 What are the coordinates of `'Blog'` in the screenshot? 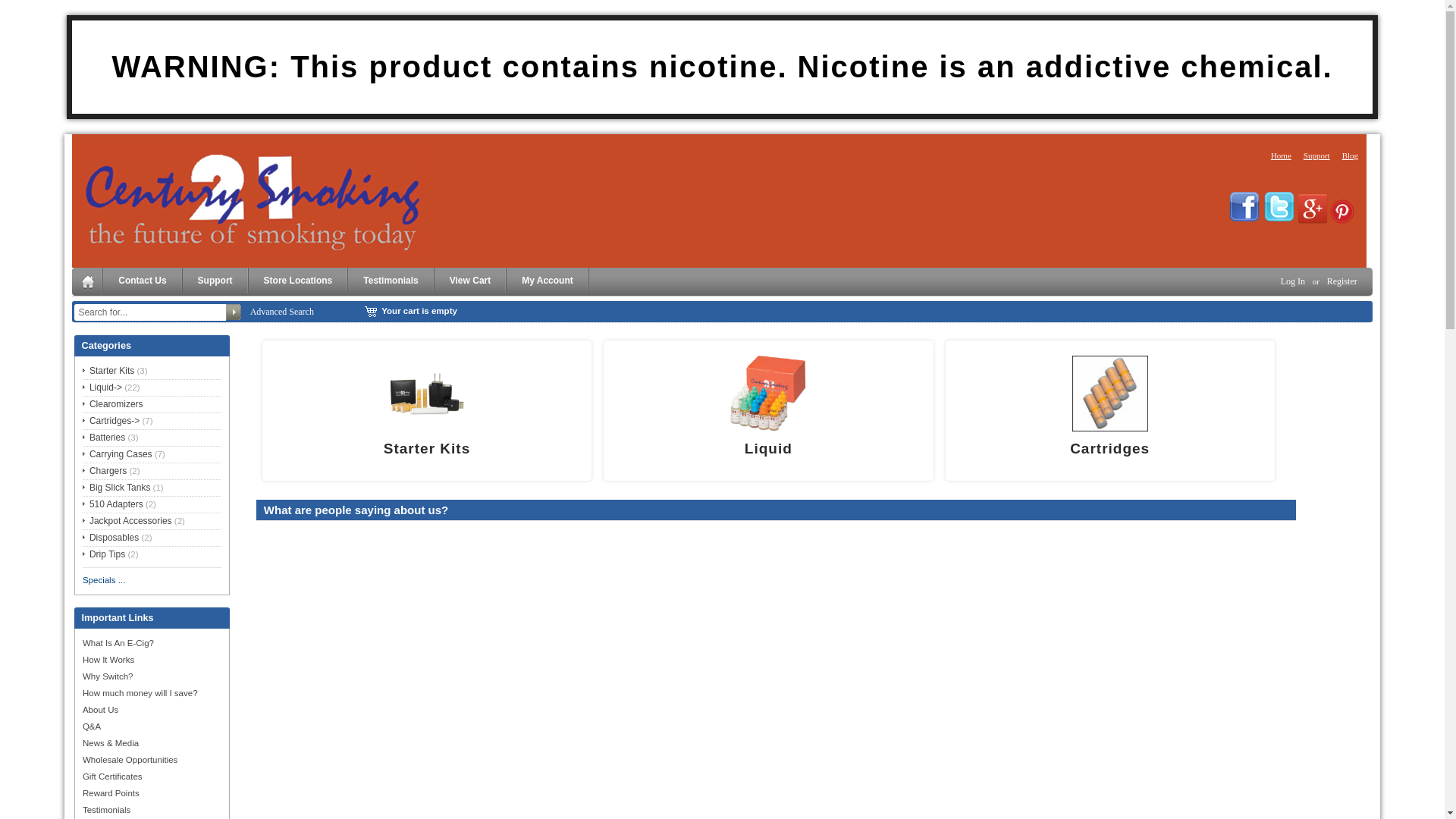 It's located at (1342, 155).